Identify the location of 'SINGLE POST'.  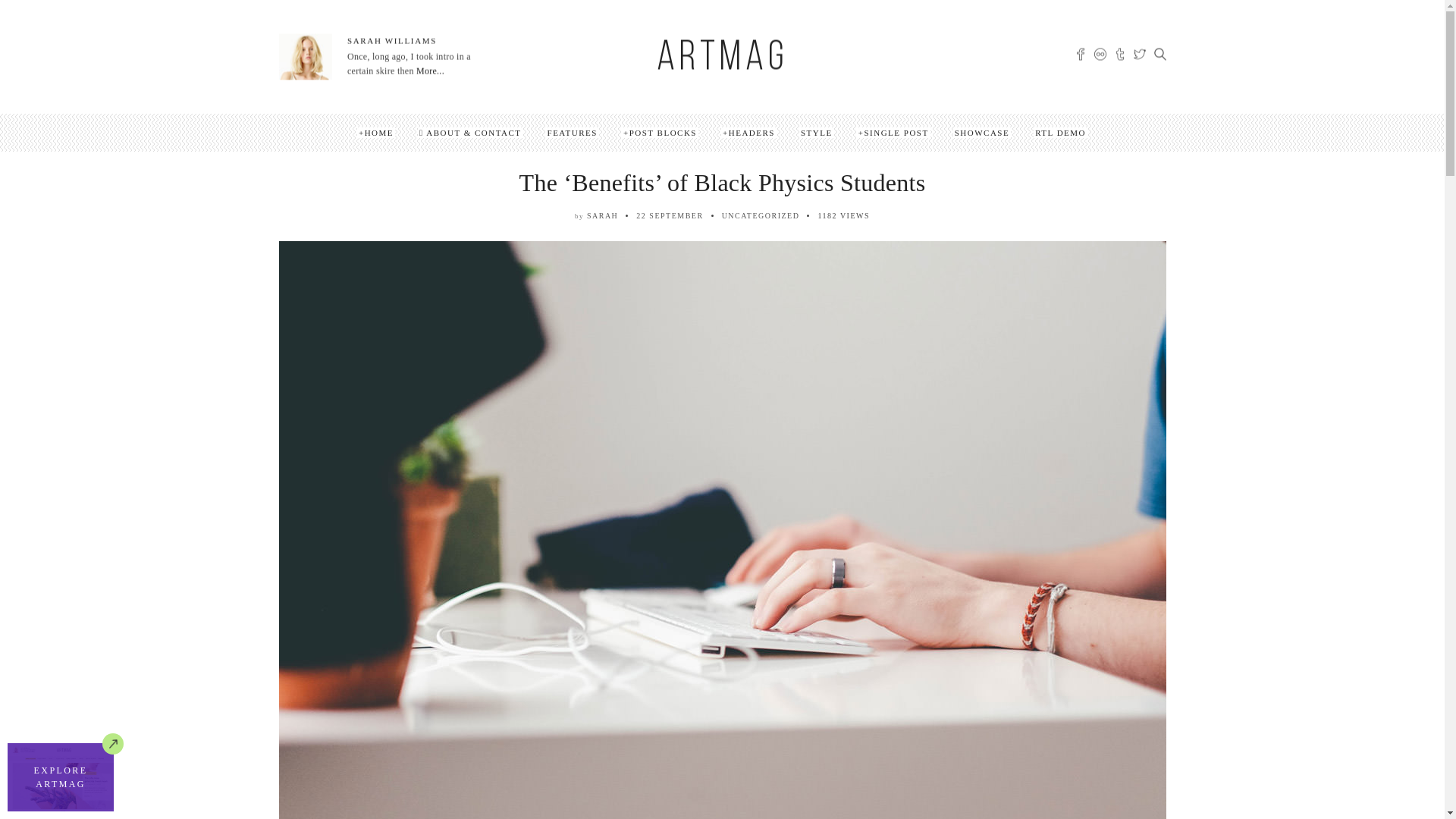
(893, 131).